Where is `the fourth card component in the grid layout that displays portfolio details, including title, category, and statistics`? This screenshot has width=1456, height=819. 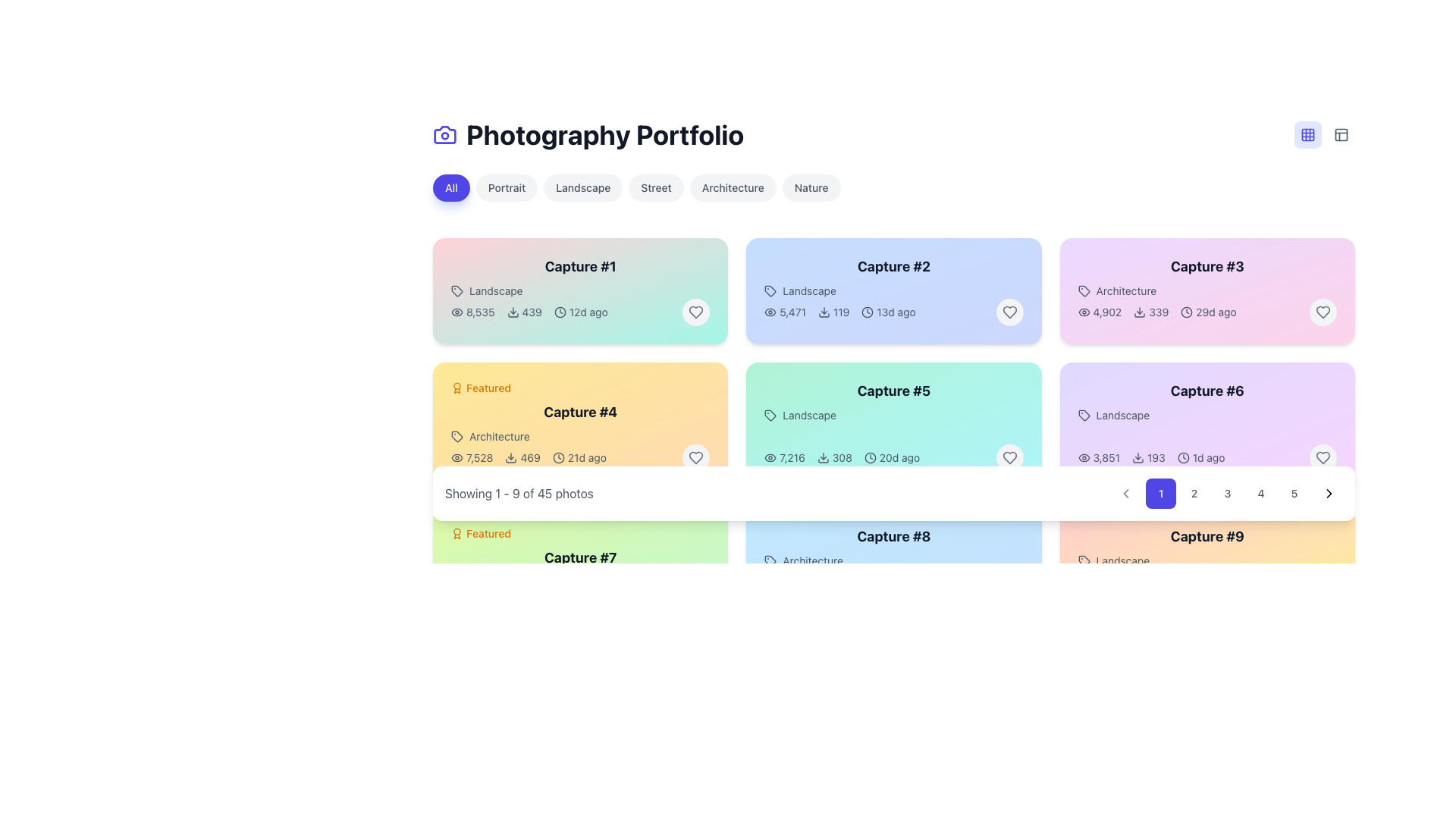
the fourth card component in the grid layout that displays portfolio details, including title, category, and statistics is located at coordinates (579, 426).